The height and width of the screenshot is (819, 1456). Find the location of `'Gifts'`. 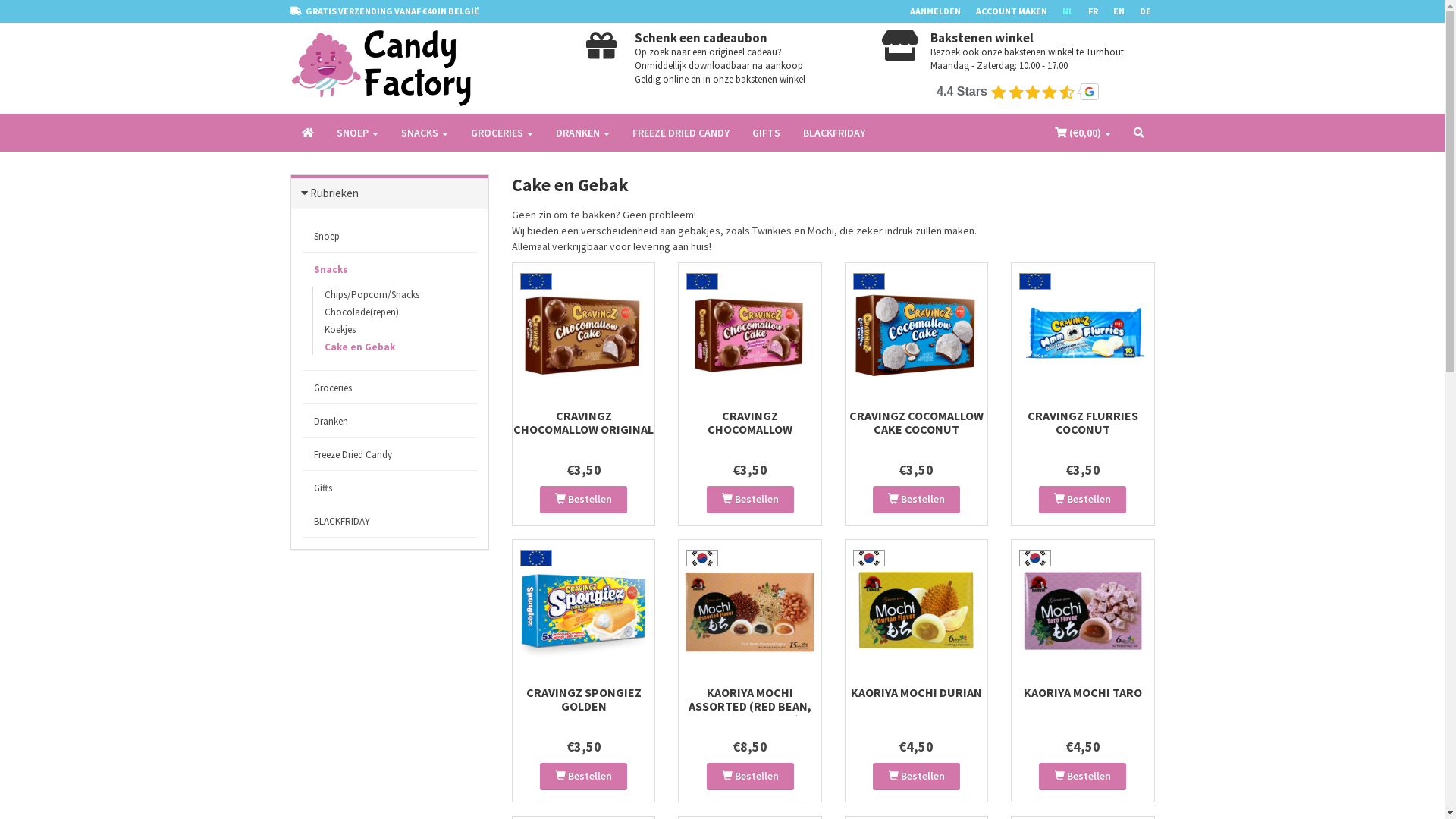

'Gifts' is located at coordinates (302, 488).